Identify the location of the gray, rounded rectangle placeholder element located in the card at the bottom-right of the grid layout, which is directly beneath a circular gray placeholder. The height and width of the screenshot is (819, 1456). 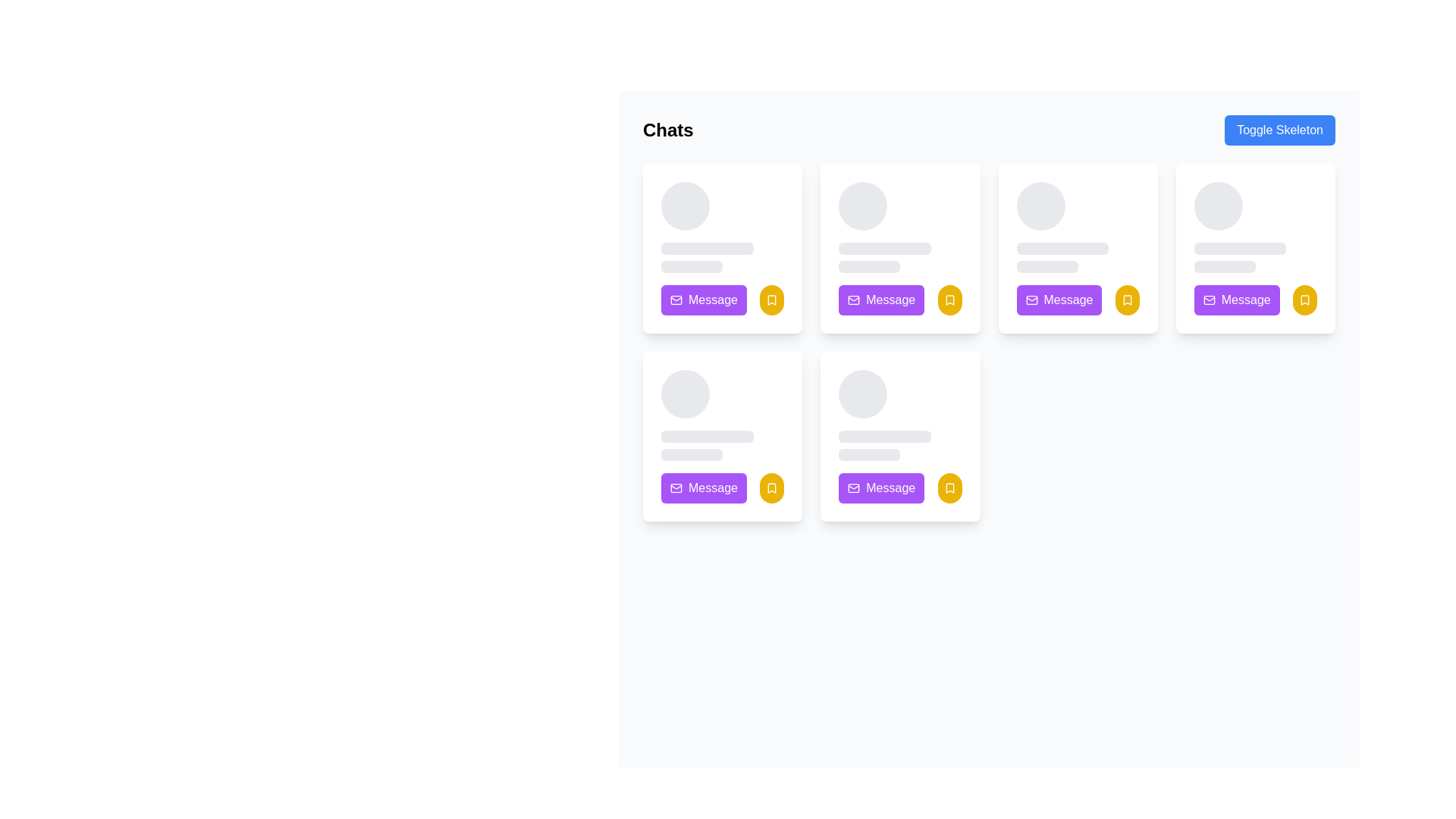
(885, 436).